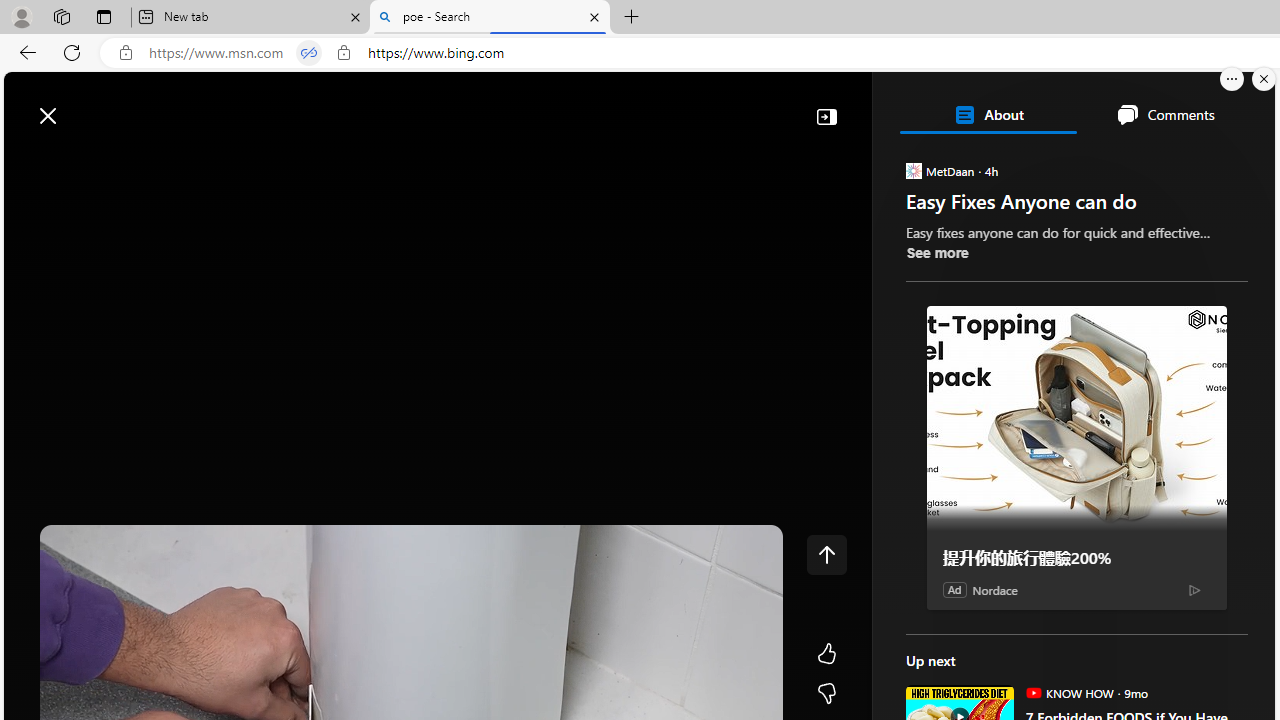 Image resolution: width=1280 pixels, height=720 pixels. Describe the element at coordinates (912, 169) in the screenshot. I see `'MetDaan'` at that location.